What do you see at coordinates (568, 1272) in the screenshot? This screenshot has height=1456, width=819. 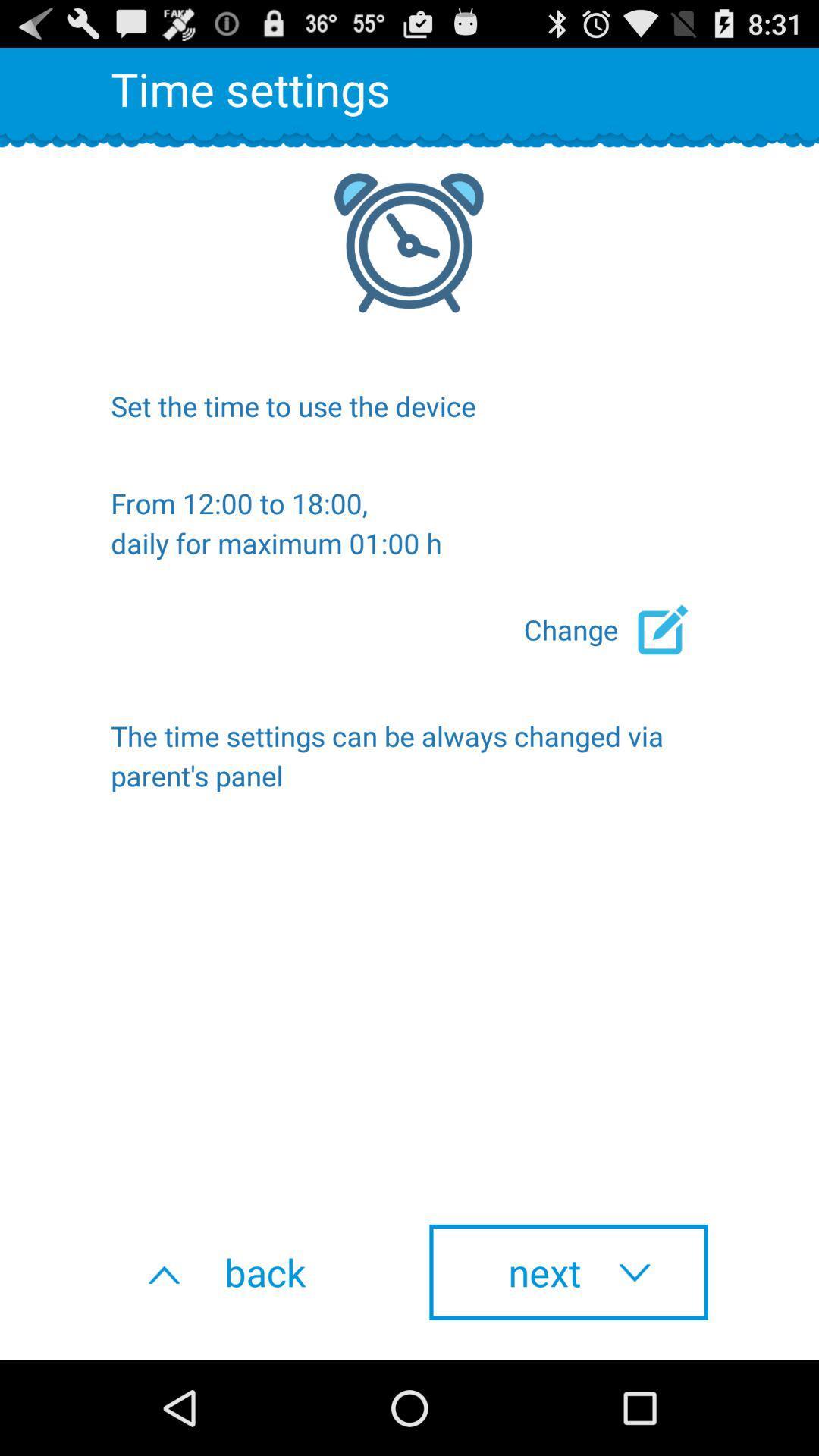 I see `button at the bottom right corner` at bounding box center [568, 1272].